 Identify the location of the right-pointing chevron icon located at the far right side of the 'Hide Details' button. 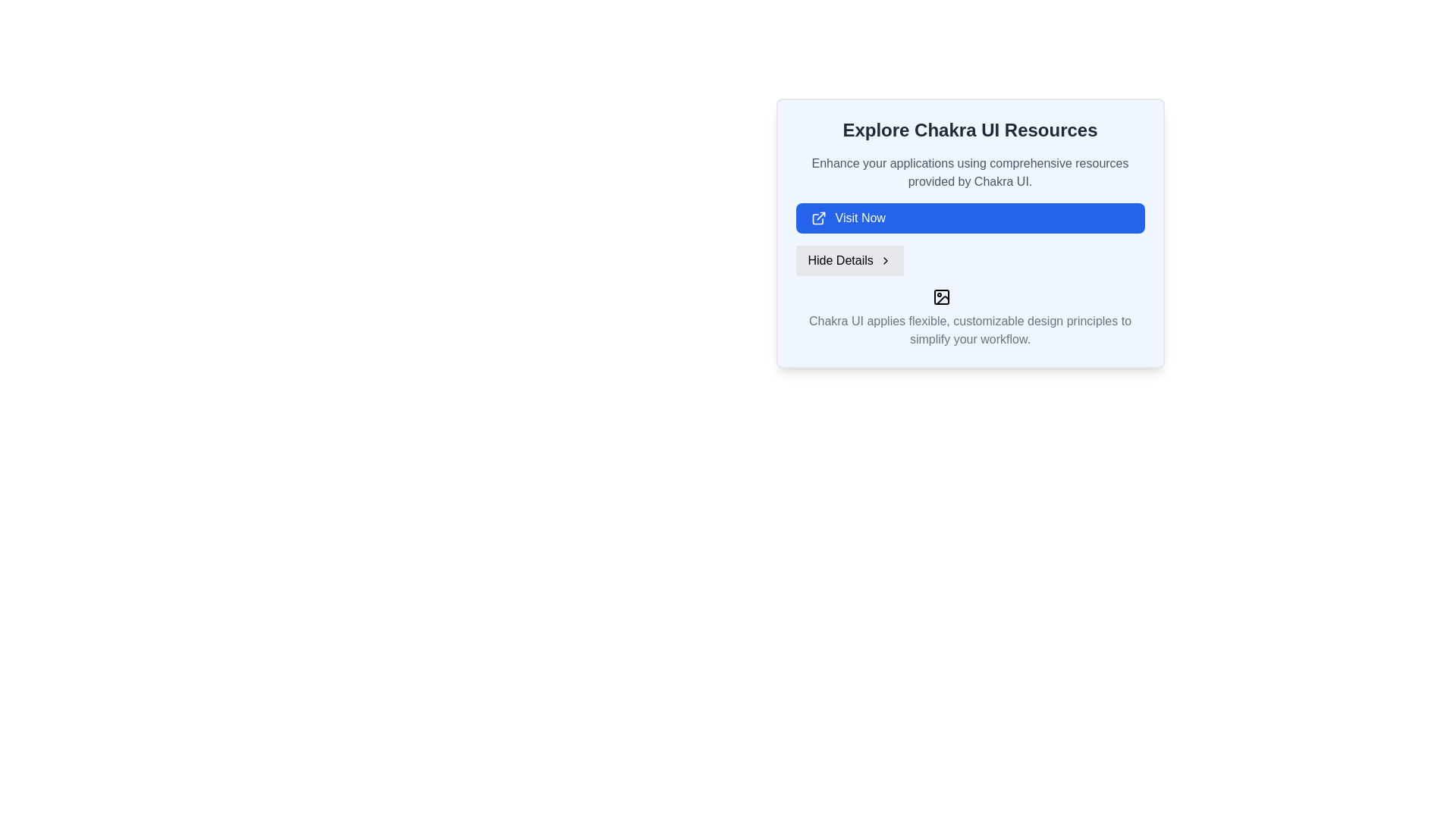
(885, 259).